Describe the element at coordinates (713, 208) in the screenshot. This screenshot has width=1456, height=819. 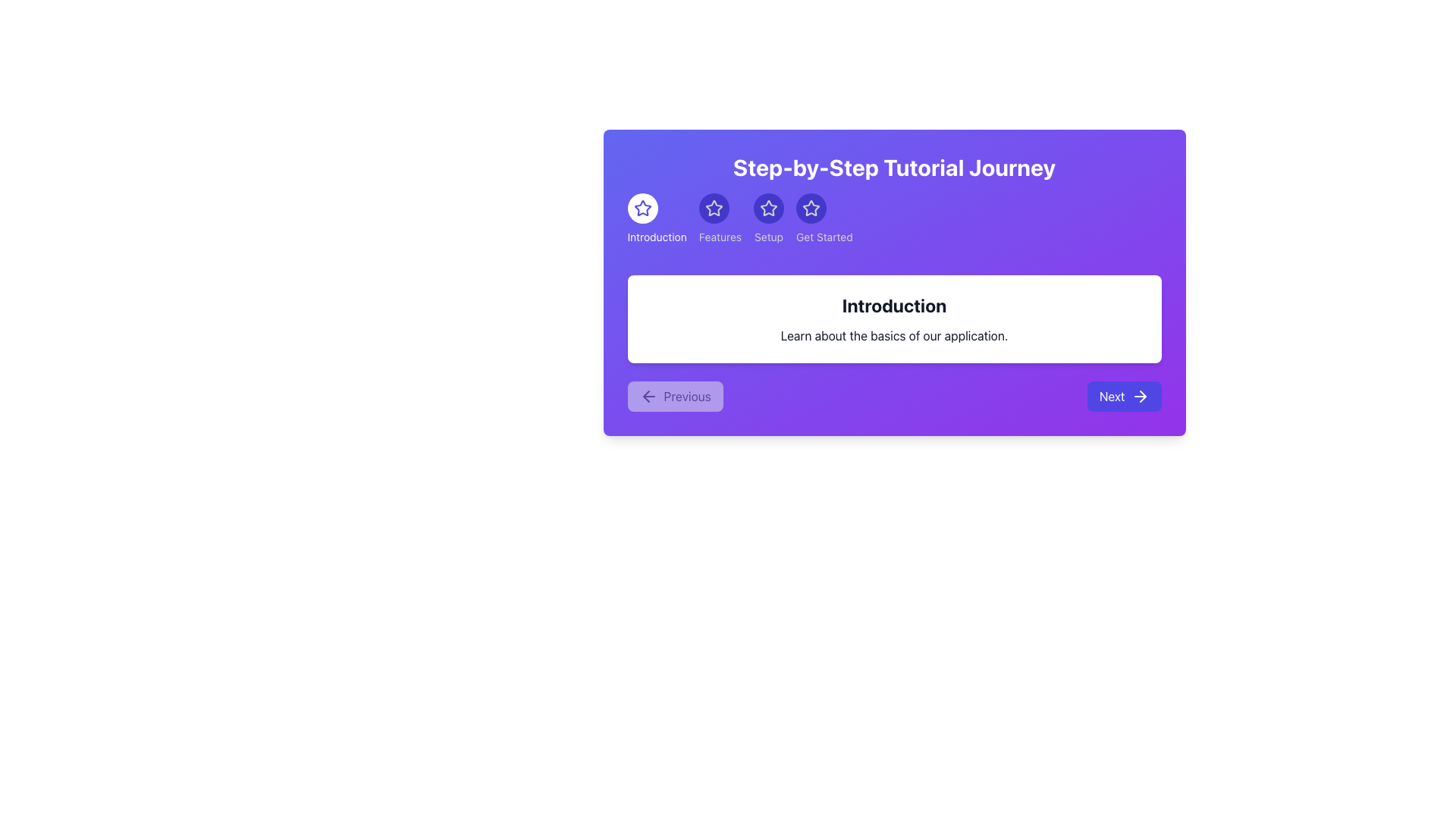
I see `the circular icon with a dark indigo background and a white outlined star in the center, located in the second position of the icons under the 'Features' label on the purple gradient header panel` at that location.